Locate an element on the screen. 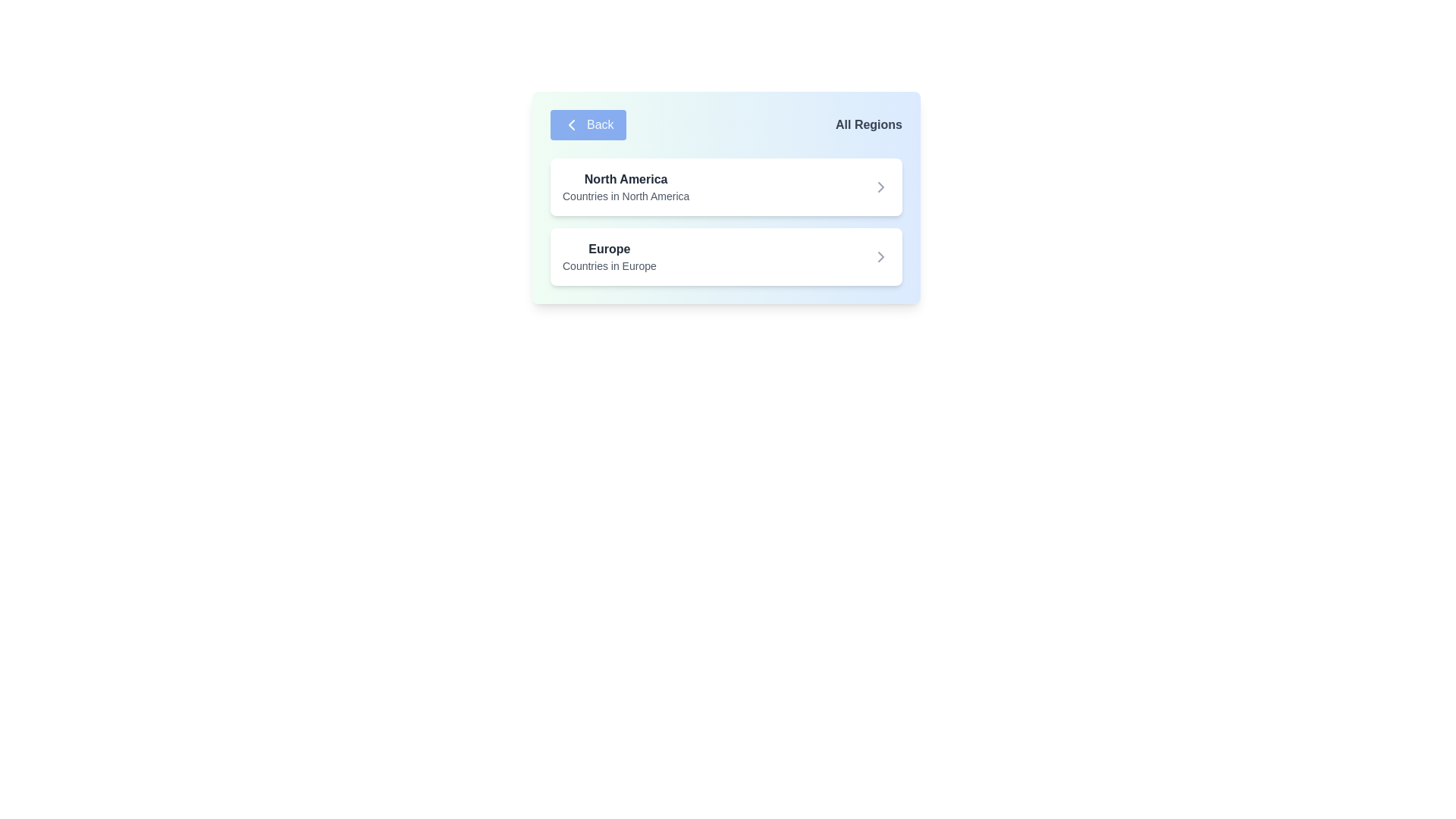 This screenshot has height=819, width=1456. the 'Back' button which contains a small left-facing chevron icon is located at coordinates (570, 124).